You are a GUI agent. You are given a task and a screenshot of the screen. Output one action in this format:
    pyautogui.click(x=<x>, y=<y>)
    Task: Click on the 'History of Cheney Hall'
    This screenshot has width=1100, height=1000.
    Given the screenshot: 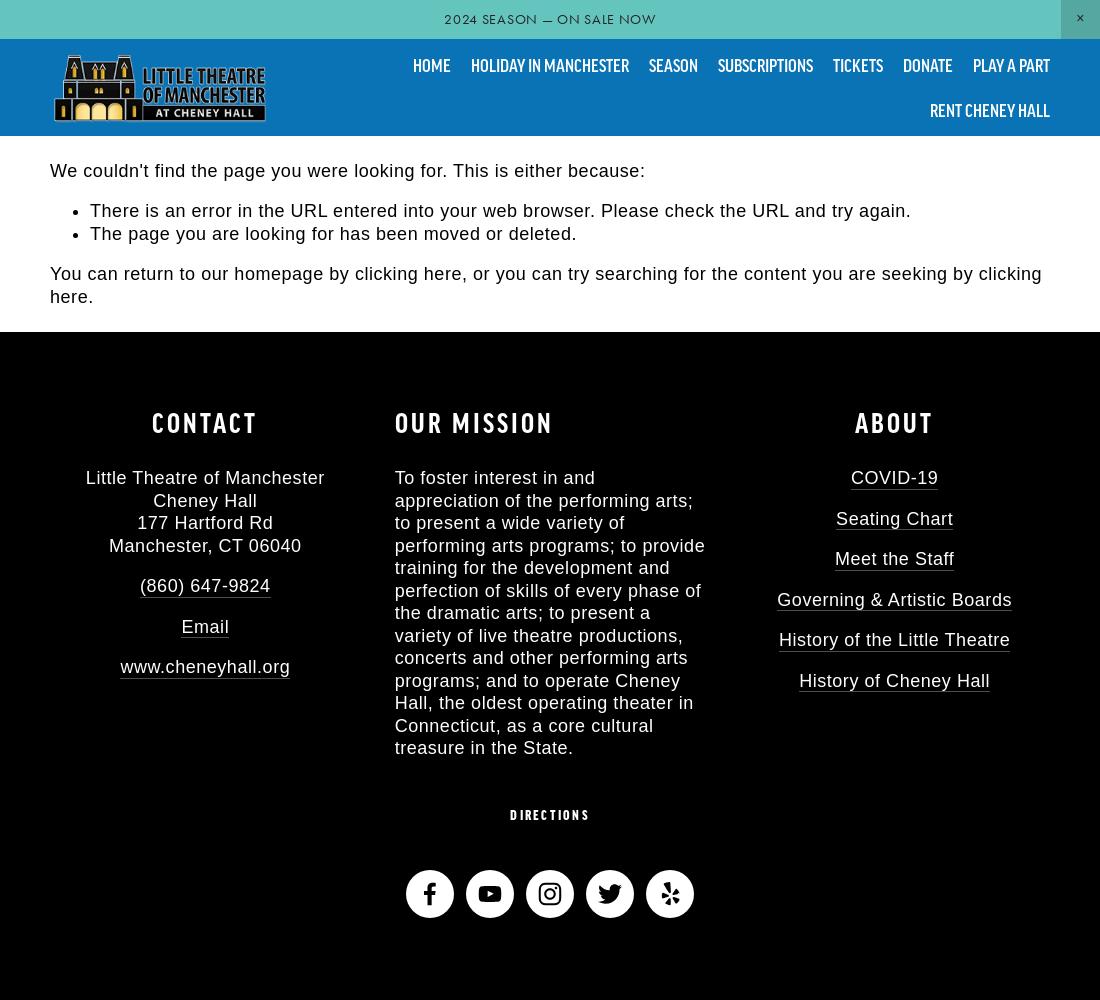 What is the action you would take?
    pyautogui.click(x=893, y=680)
    